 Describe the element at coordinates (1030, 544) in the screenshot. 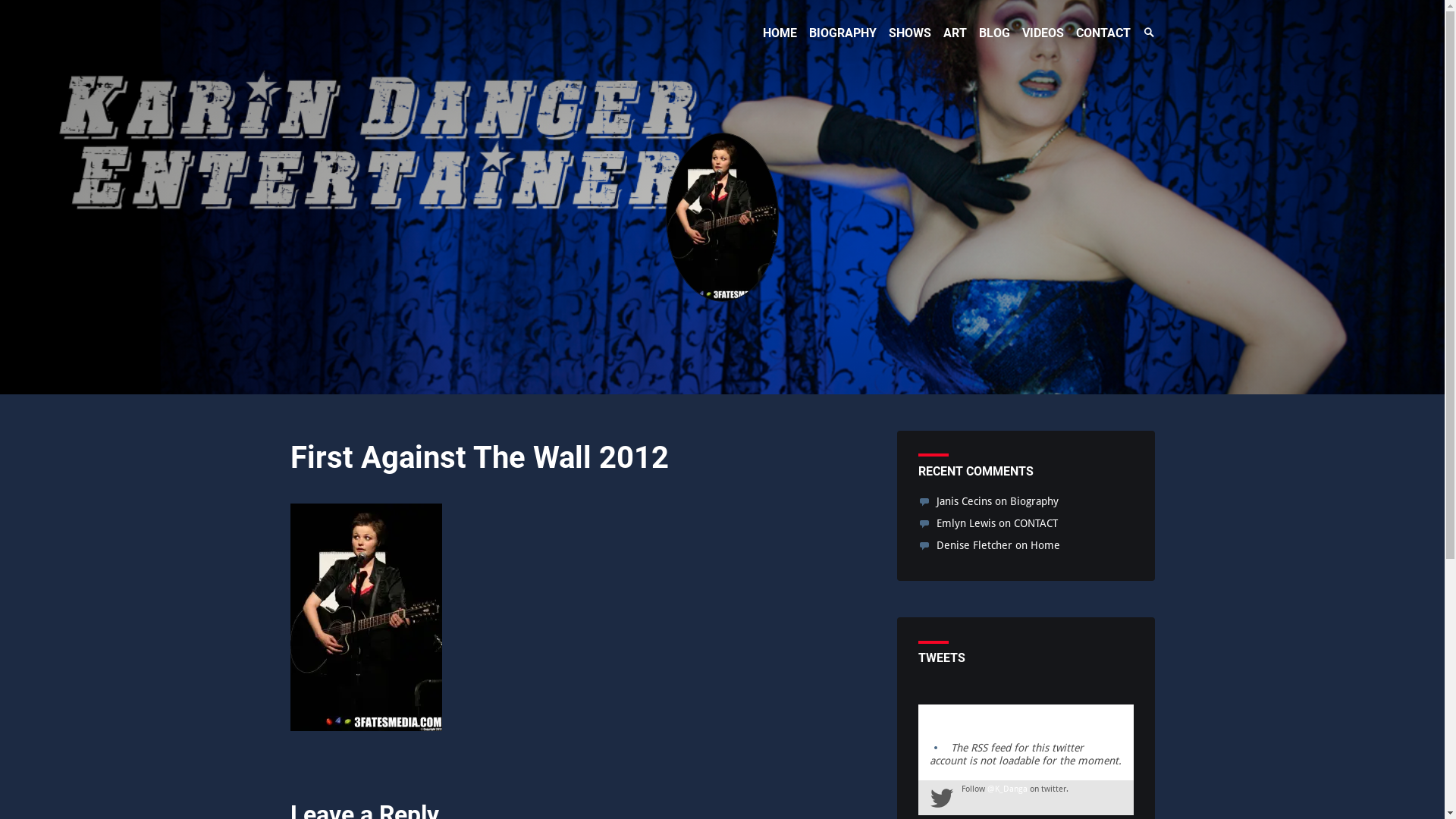

I see `'Home'` at that location.